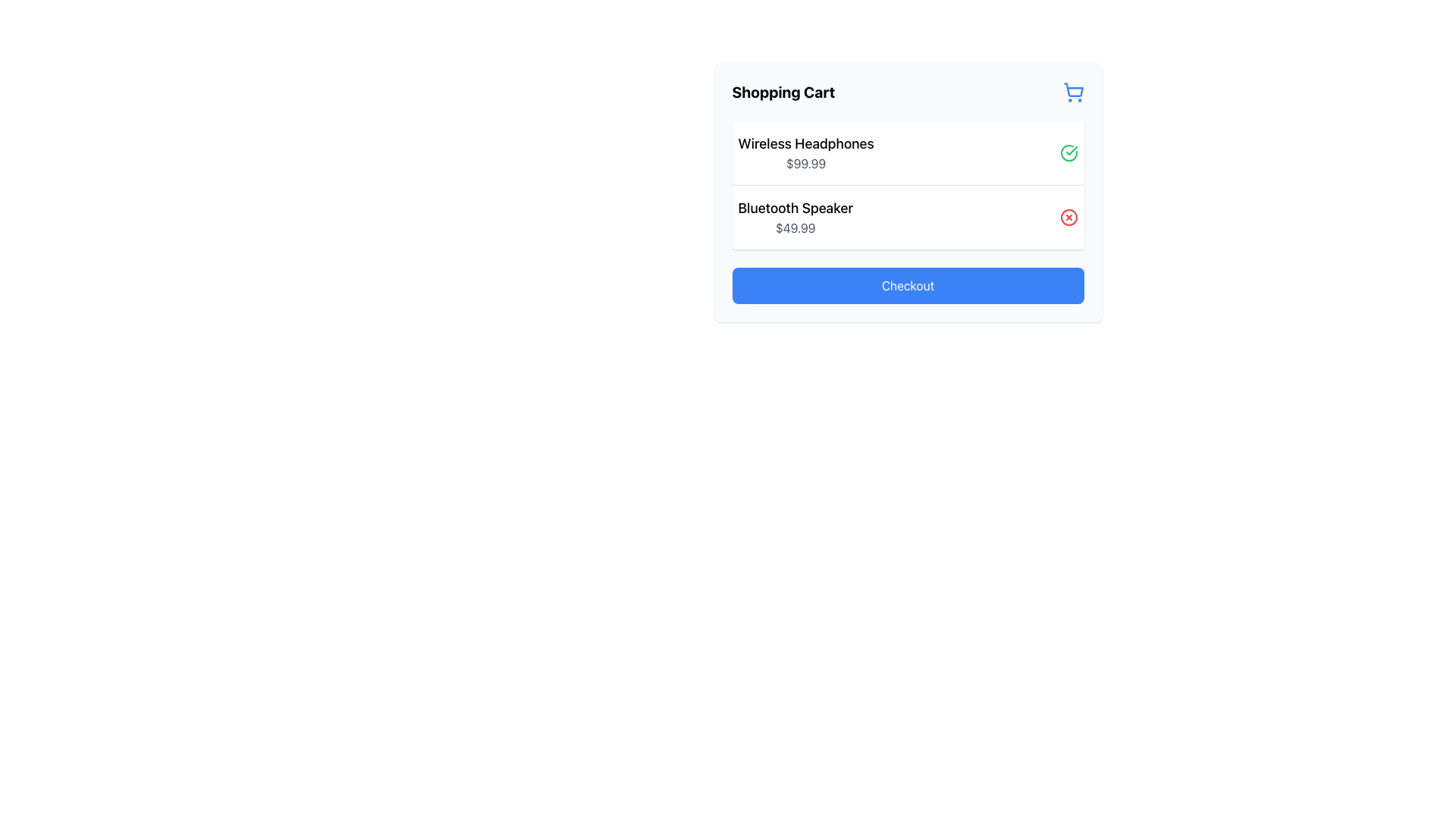 The image size is (1456, 819). I want to click on the positive status indicator SVG icon for 'Wireless Headphones' located at the far right of its row in the shopping cart, so click(1070, 151).